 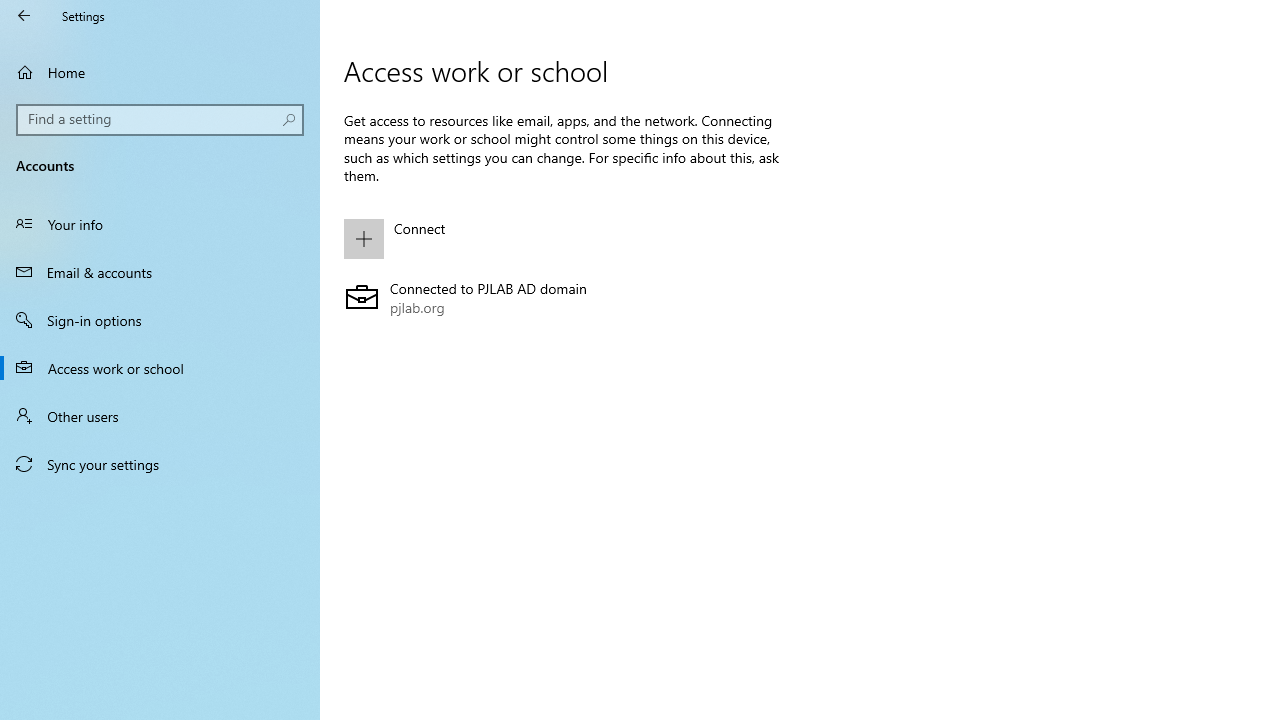 I want to click on 'Home', so click(x=160, y=71).